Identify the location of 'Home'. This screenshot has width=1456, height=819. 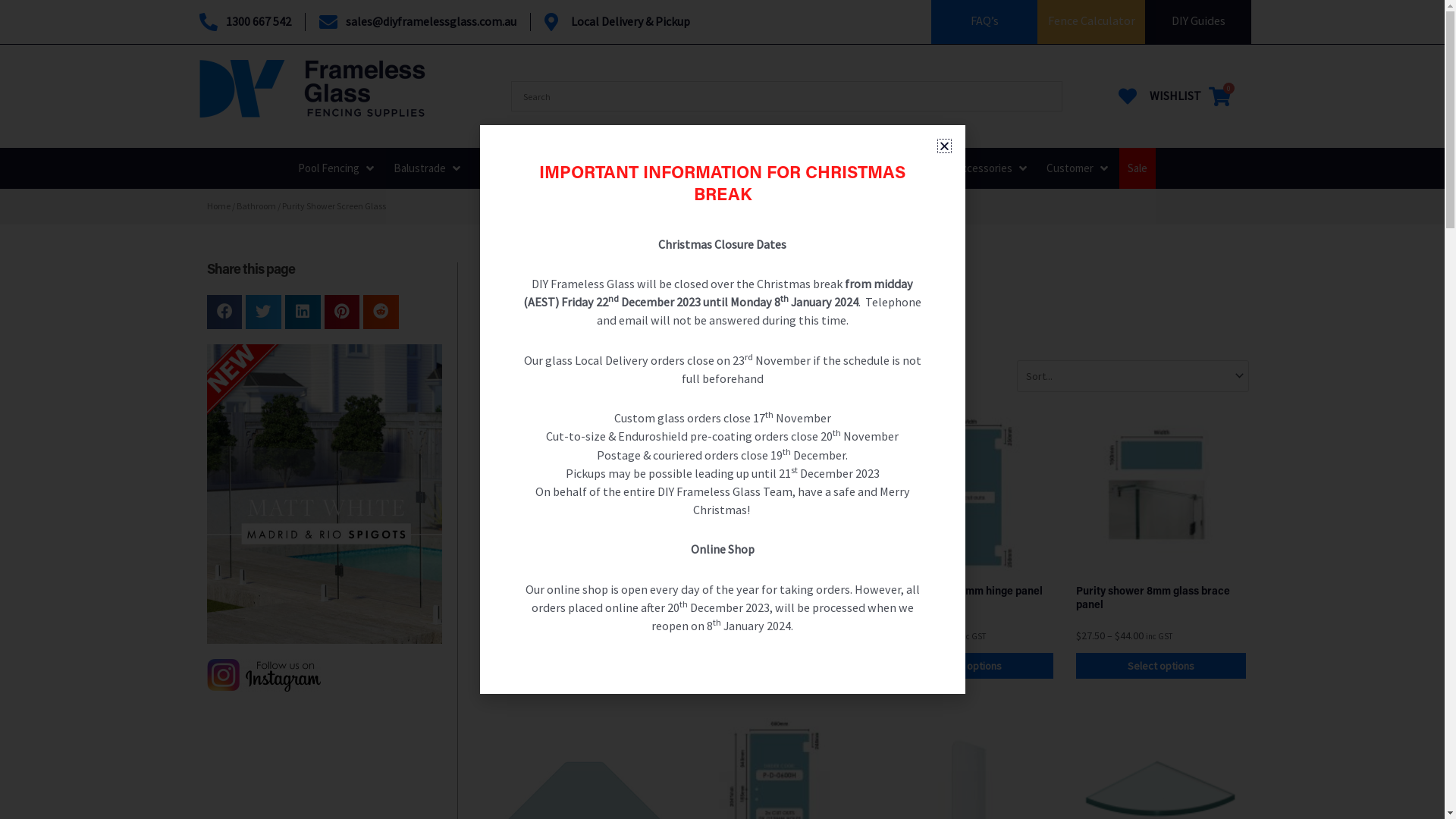
(206, 206).